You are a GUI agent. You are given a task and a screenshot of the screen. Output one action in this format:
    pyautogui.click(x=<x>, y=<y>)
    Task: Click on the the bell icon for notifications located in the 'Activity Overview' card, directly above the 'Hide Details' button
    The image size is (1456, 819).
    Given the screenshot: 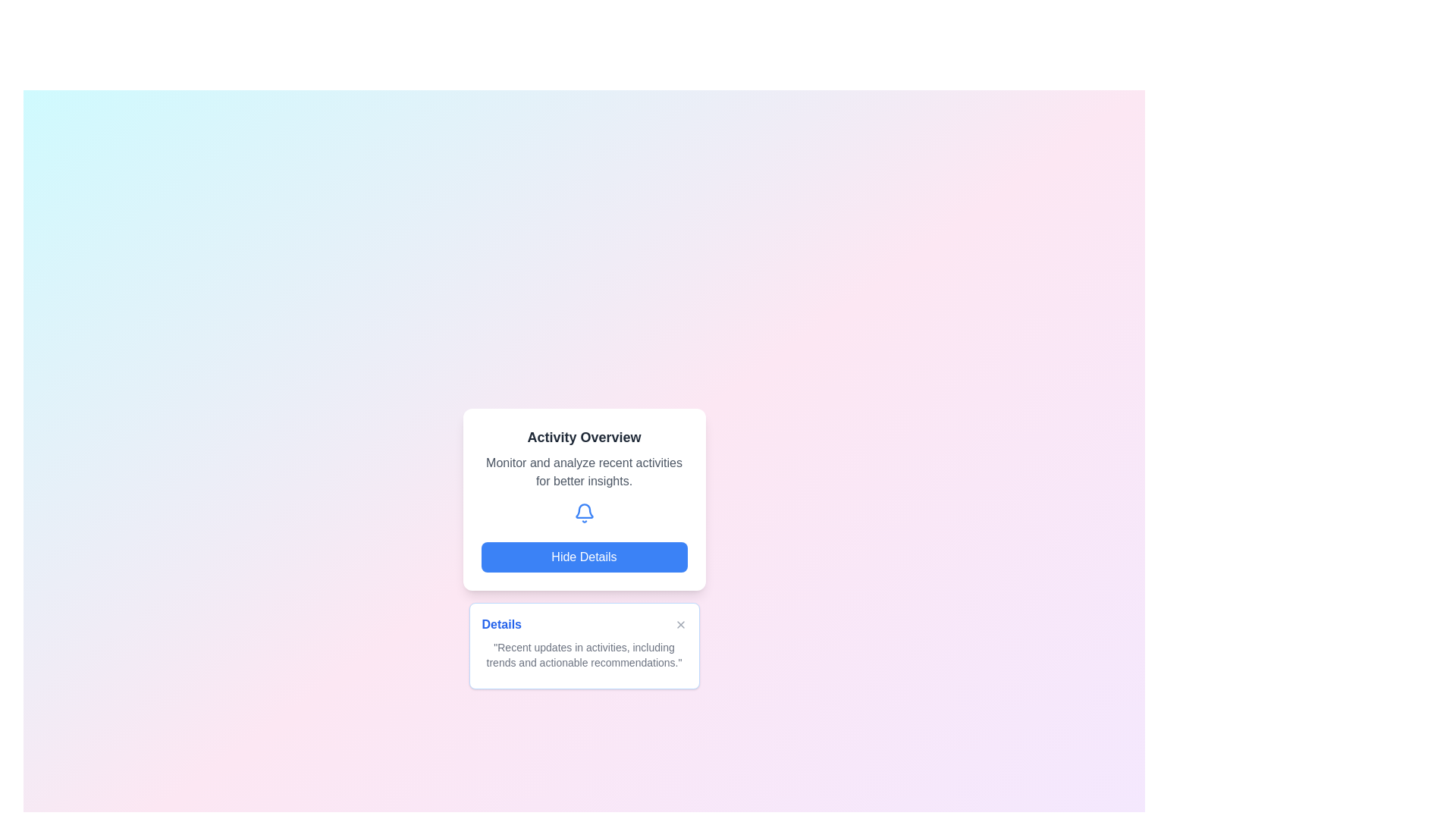 What is the action you would take?
    pyautogui.click(x=583, y=513)
    